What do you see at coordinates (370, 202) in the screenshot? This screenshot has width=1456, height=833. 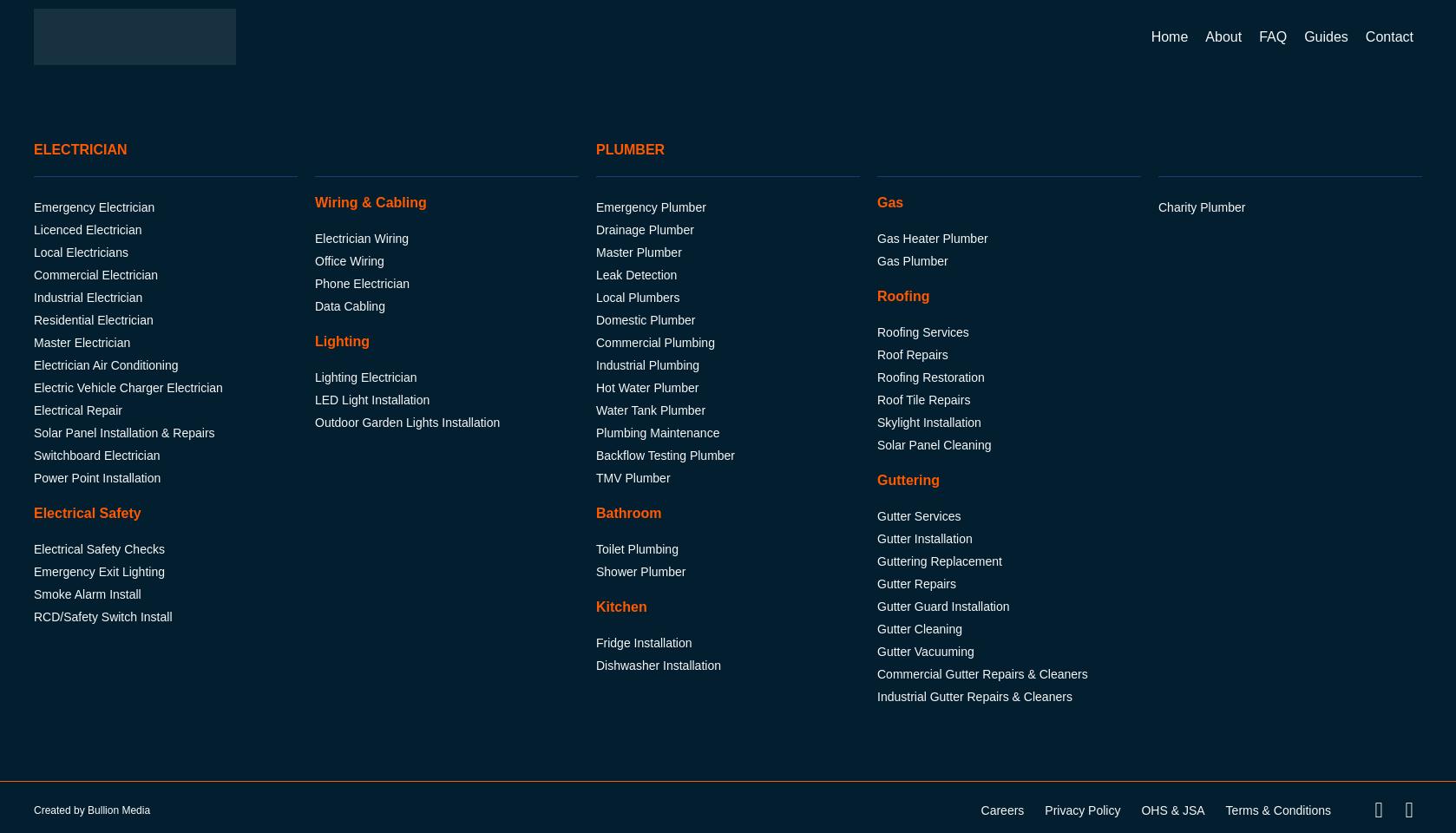 I see `'Wiring & Cabling'` at bounding box center [370, 202].